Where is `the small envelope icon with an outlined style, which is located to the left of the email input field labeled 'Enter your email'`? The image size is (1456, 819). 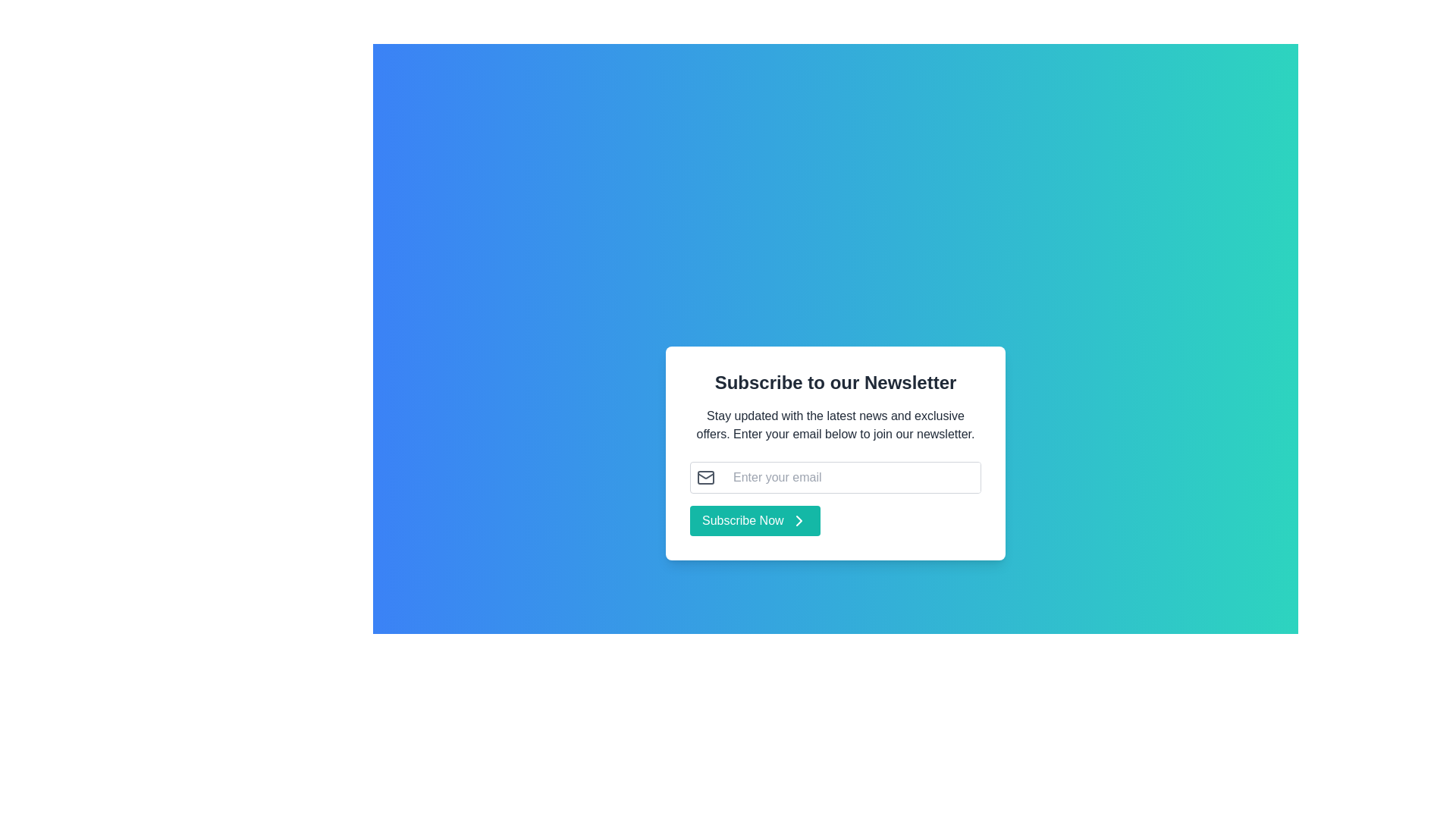
the small envelope icon with an outlined style, which is located to the left of the email input field labeled 'Enter your email' is located at coordinates (705, 476).